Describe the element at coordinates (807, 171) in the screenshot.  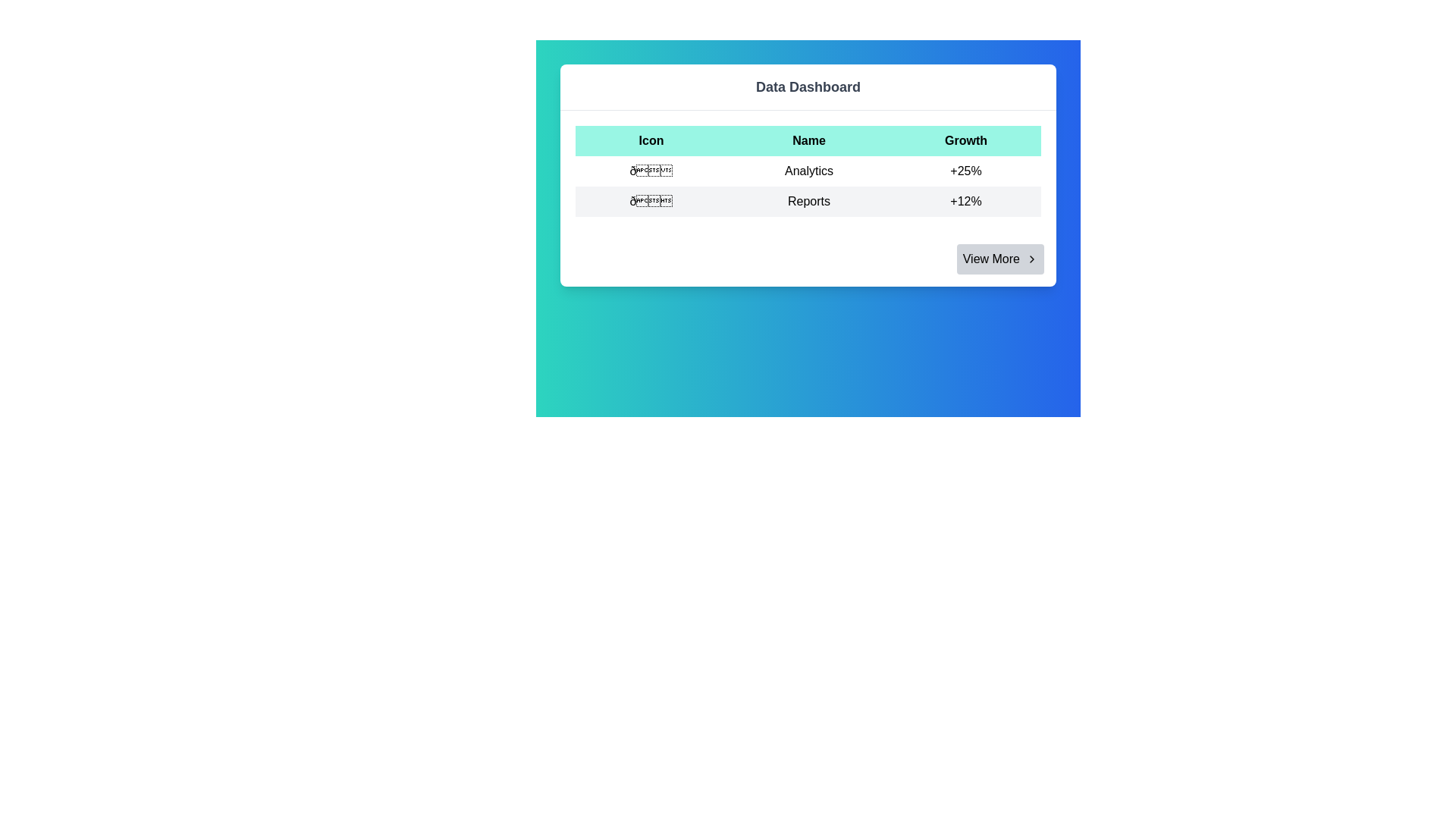
I see `the 'Analytics' table row in the Data Dashboard, which contains grouped text and an emoji icon representing growth percentage` at that location.